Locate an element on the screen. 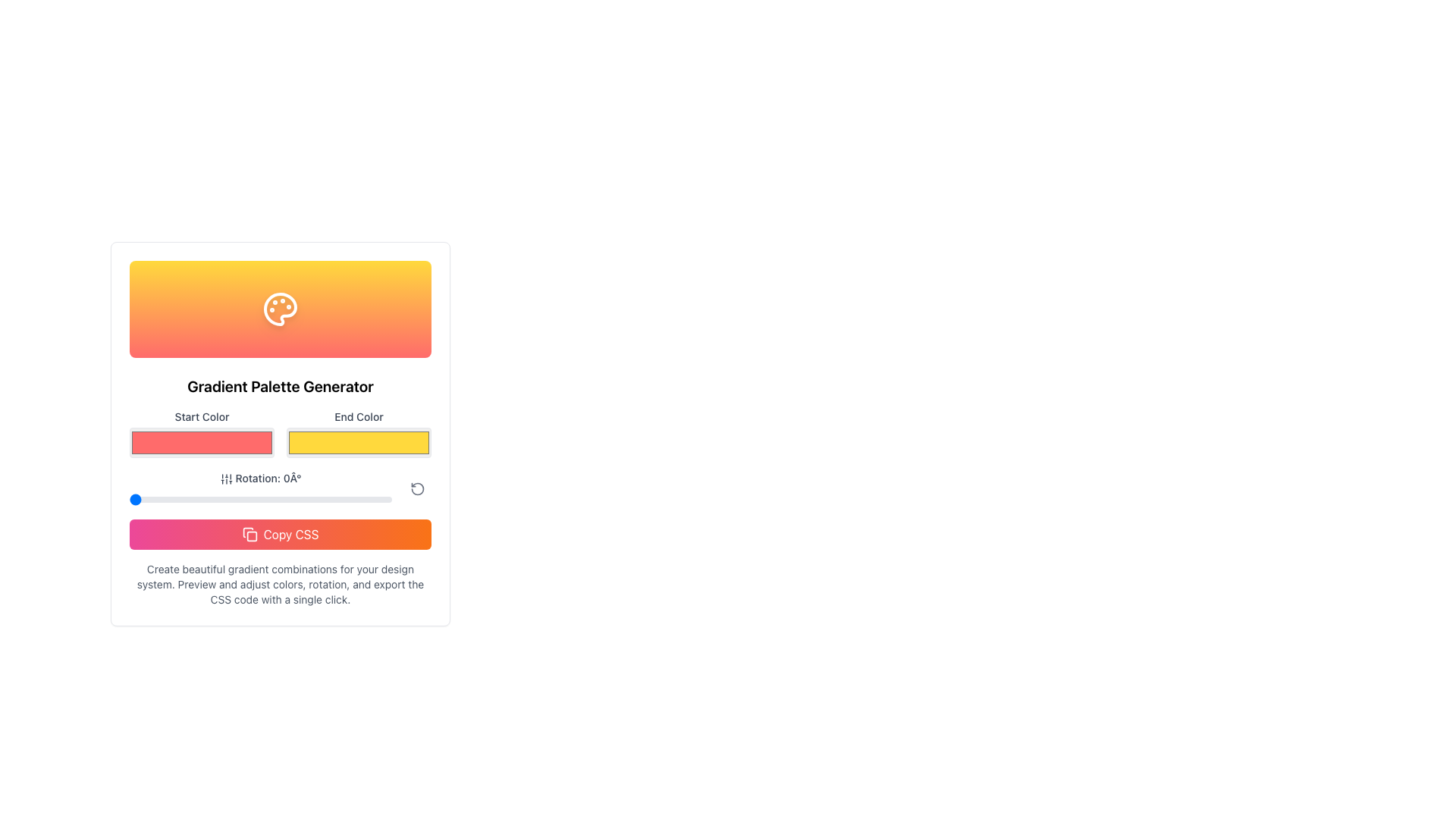 The image size is (1456, 819). the Color Picker Input Box with a yellow background located below the 'End Color' label is located at coordinates (358, 434).